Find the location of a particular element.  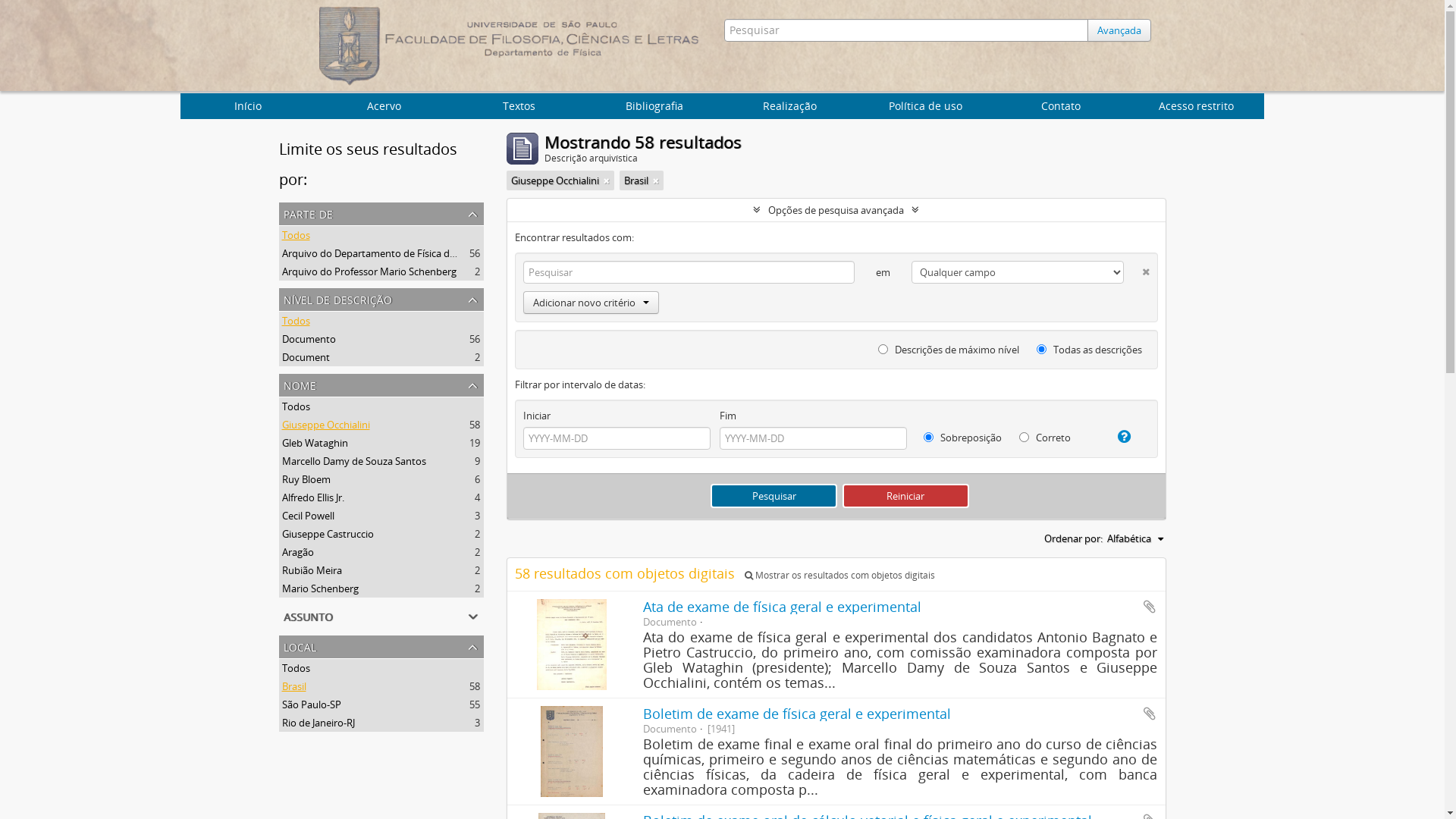

'Rio de Janeiro-RJ' is located at coordinates (318, 721).